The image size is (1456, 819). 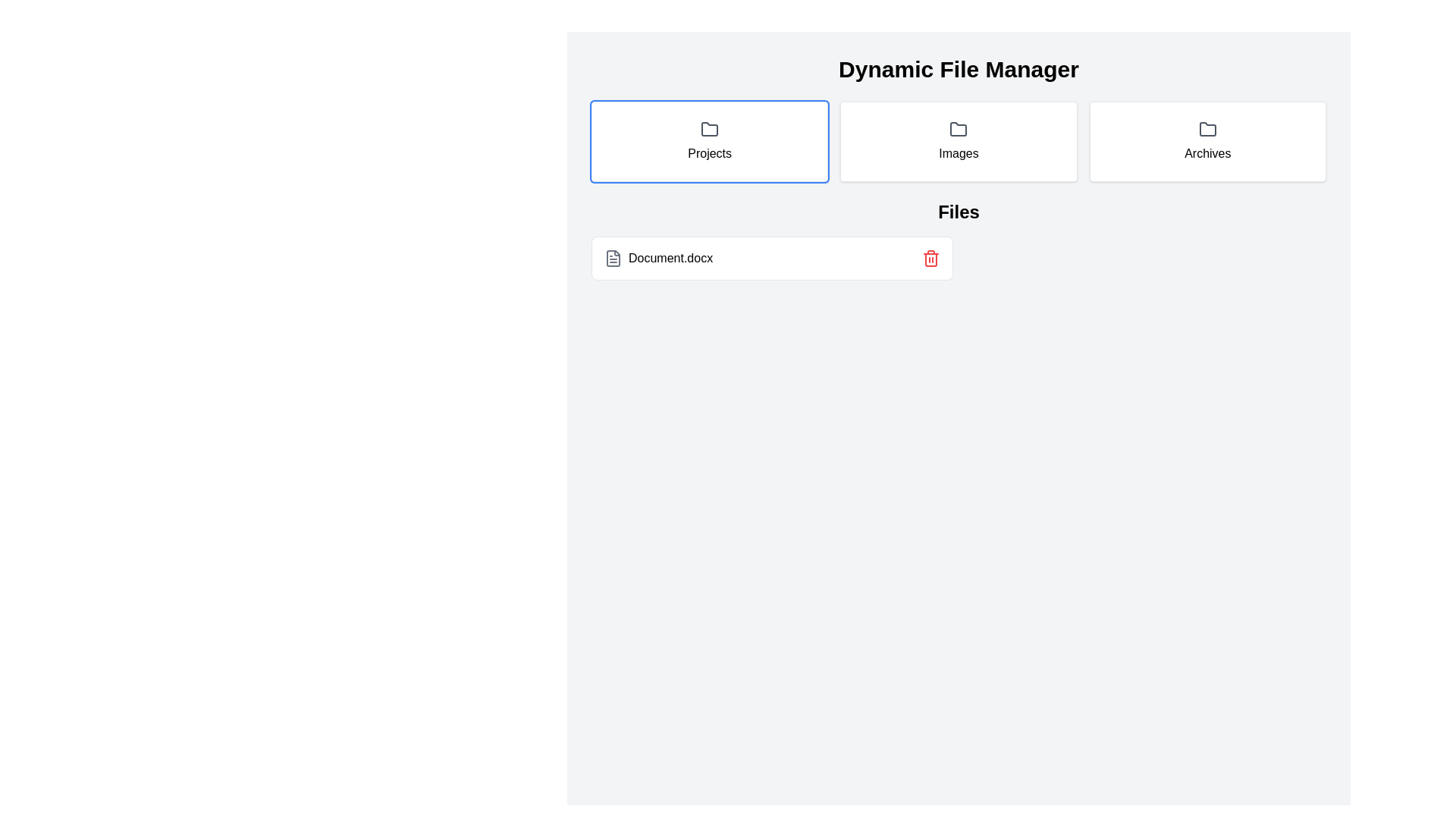 What do you see at coordinates (1207, 128) in the screenshot?
I see `the icon that represents the 'Archives' folder, located in the upper-right section of the interface, above the text label 'Archives'` at bounding box center [1207, 128].